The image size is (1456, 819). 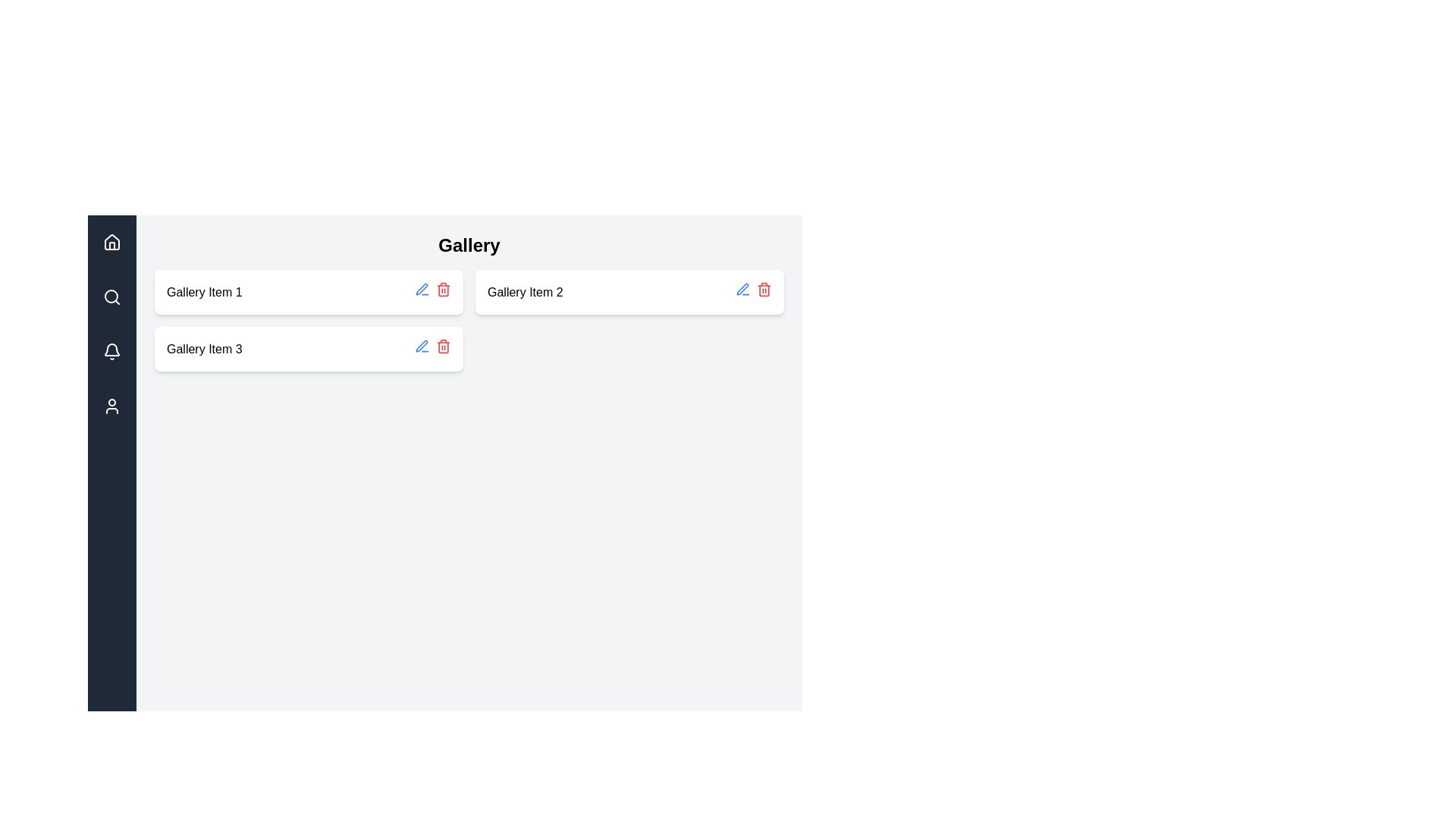 I want to click on the text label displaying 'Gallery Item 2', which is styled in a clean sans-serif font and located in the upper-right section of the second card in a vertical list of three cards, so click(x=525, y=292).